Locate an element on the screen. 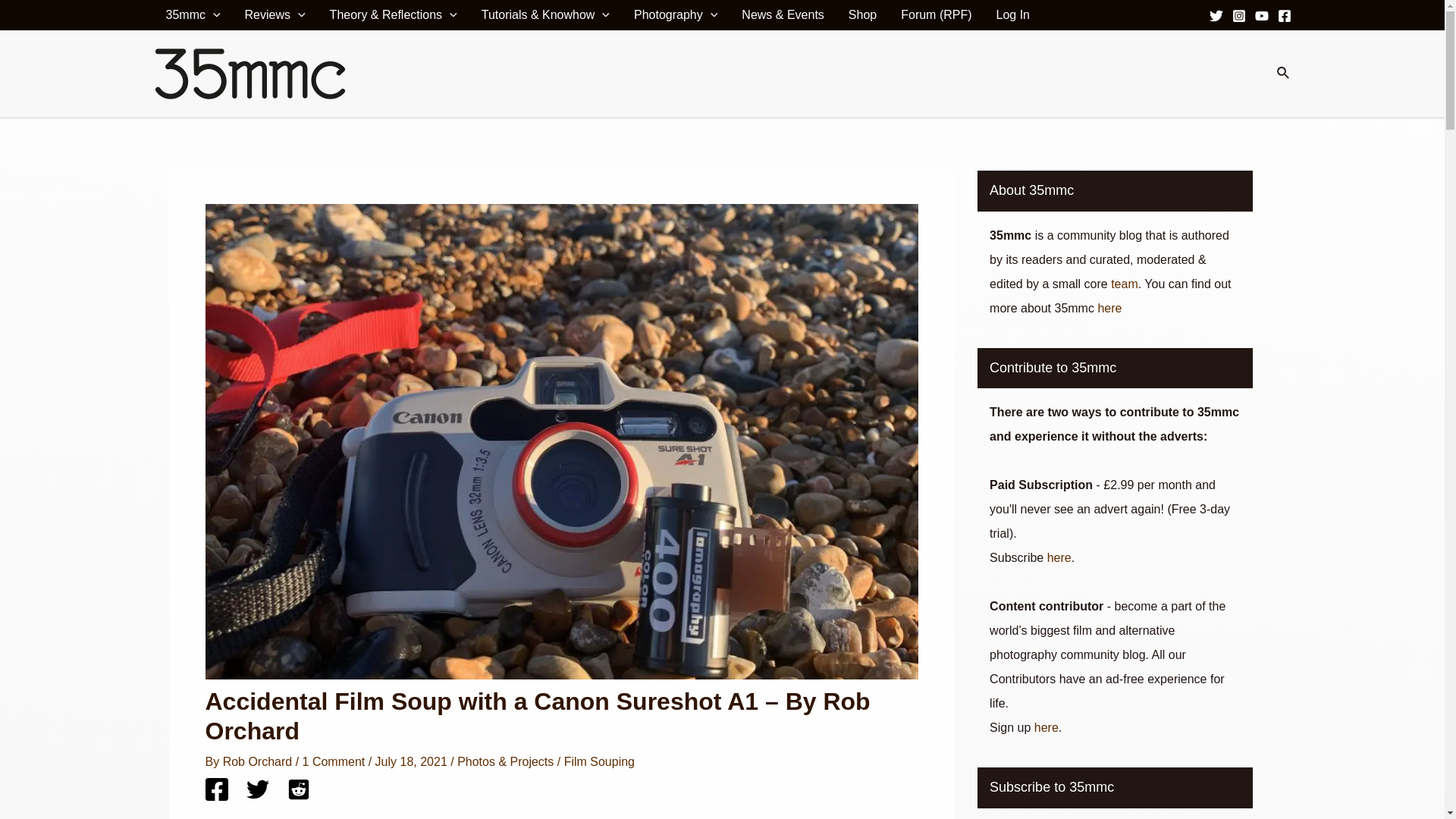 This screenshot has width=1456, height=819. 'Photos & Projects' is located at coordinates (505, 761).